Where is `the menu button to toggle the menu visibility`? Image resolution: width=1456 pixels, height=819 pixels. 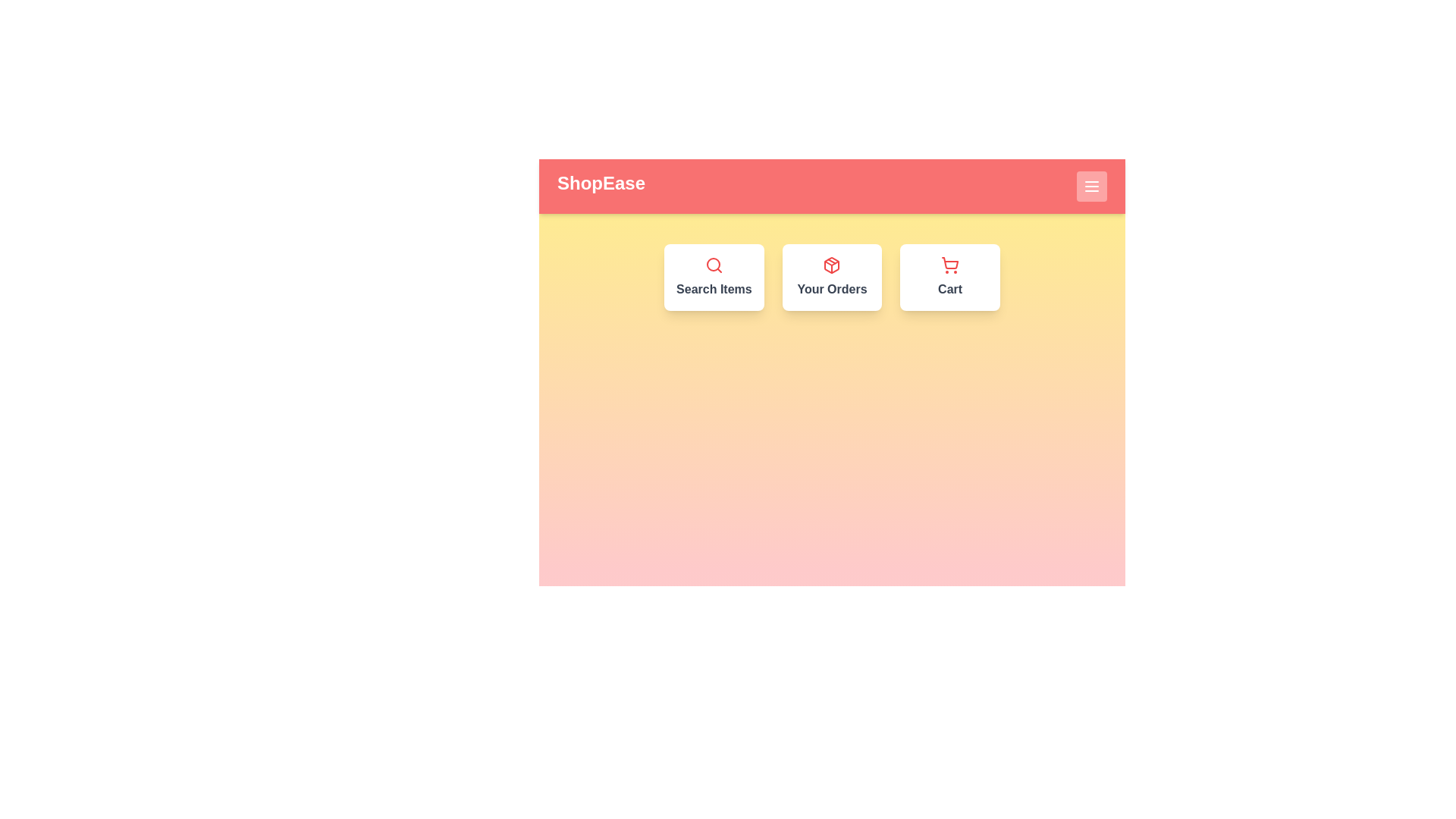 the menu button to toggle the menu visibility is located at coordinates (1092, 186).